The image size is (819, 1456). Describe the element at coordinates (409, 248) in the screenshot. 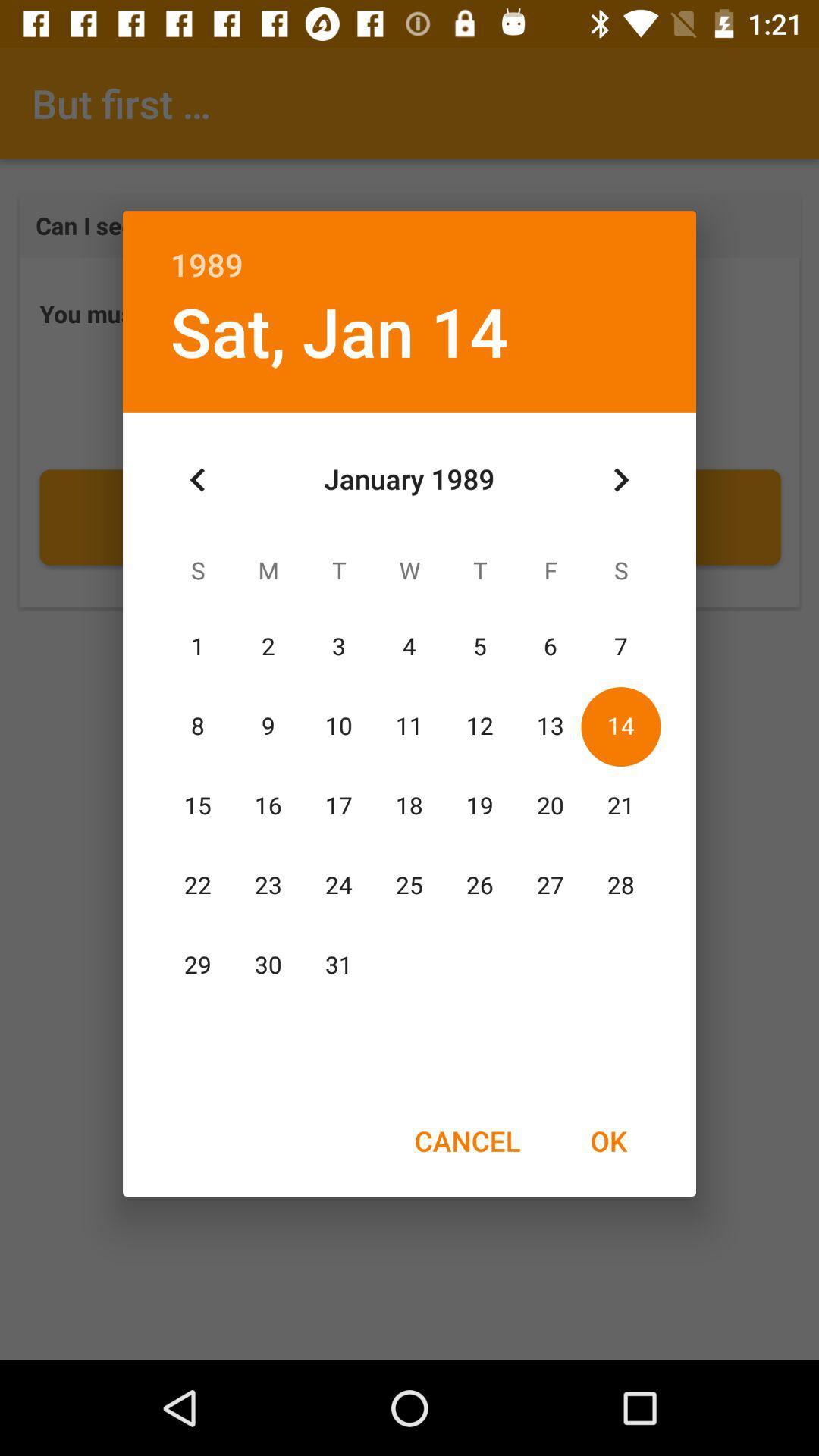

I see `icon above sat, jan 14` at that location.